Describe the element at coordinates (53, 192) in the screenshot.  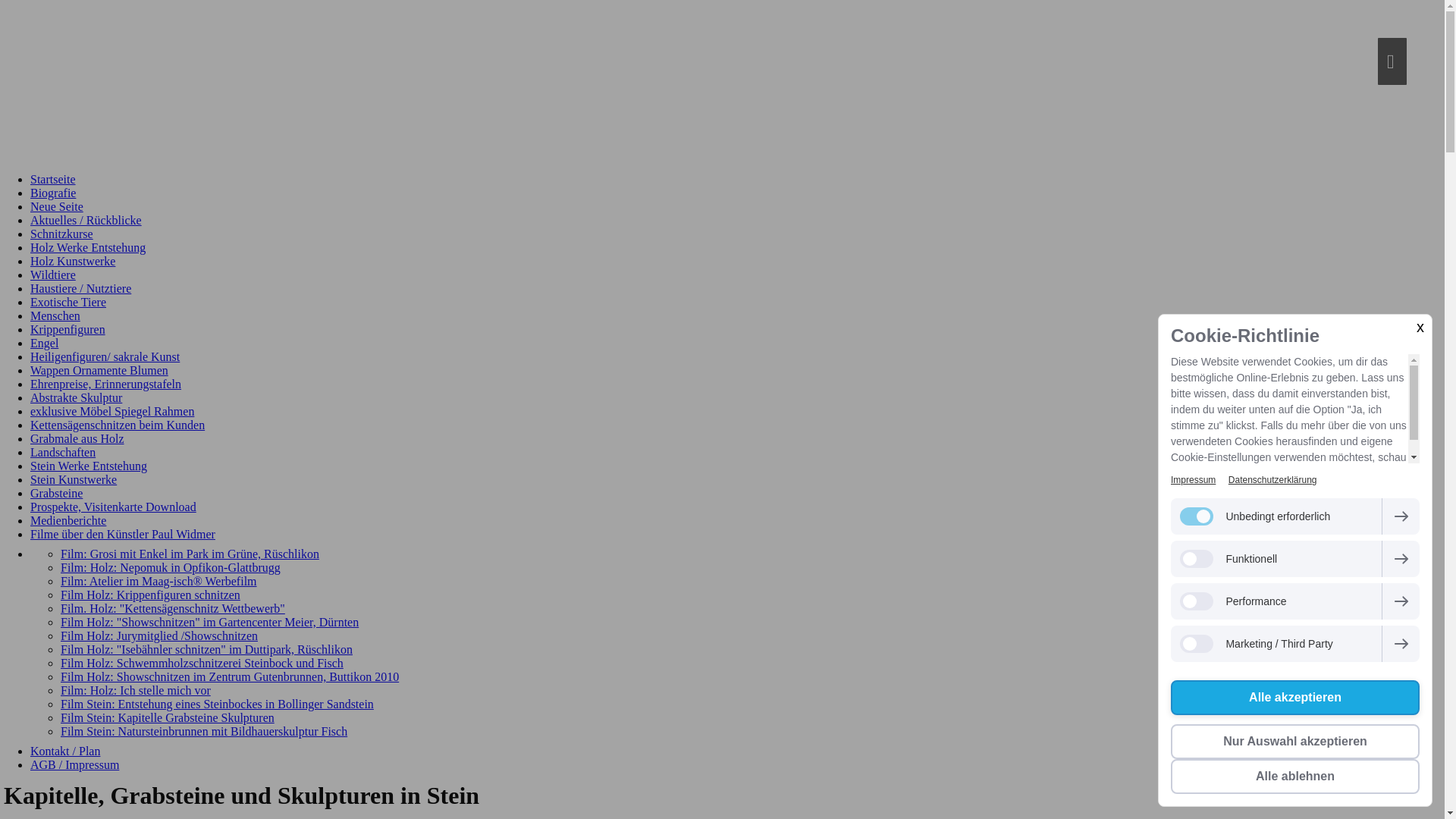
I see `'Biografie'` at that location.